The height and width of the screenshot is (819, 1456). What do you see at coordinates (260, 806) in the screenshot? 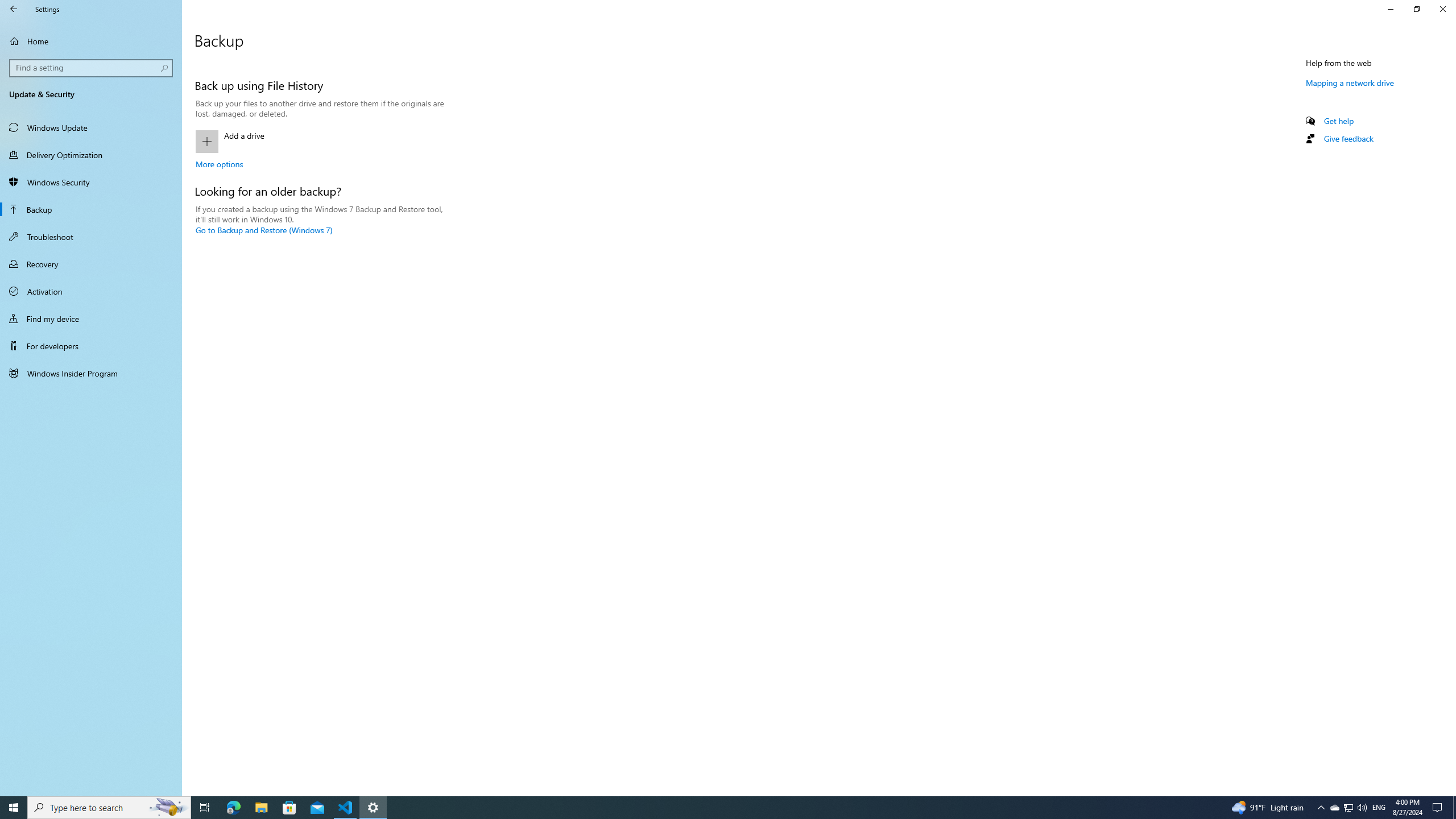
I see `'File Explorer'` at bounding box center [260, 806].